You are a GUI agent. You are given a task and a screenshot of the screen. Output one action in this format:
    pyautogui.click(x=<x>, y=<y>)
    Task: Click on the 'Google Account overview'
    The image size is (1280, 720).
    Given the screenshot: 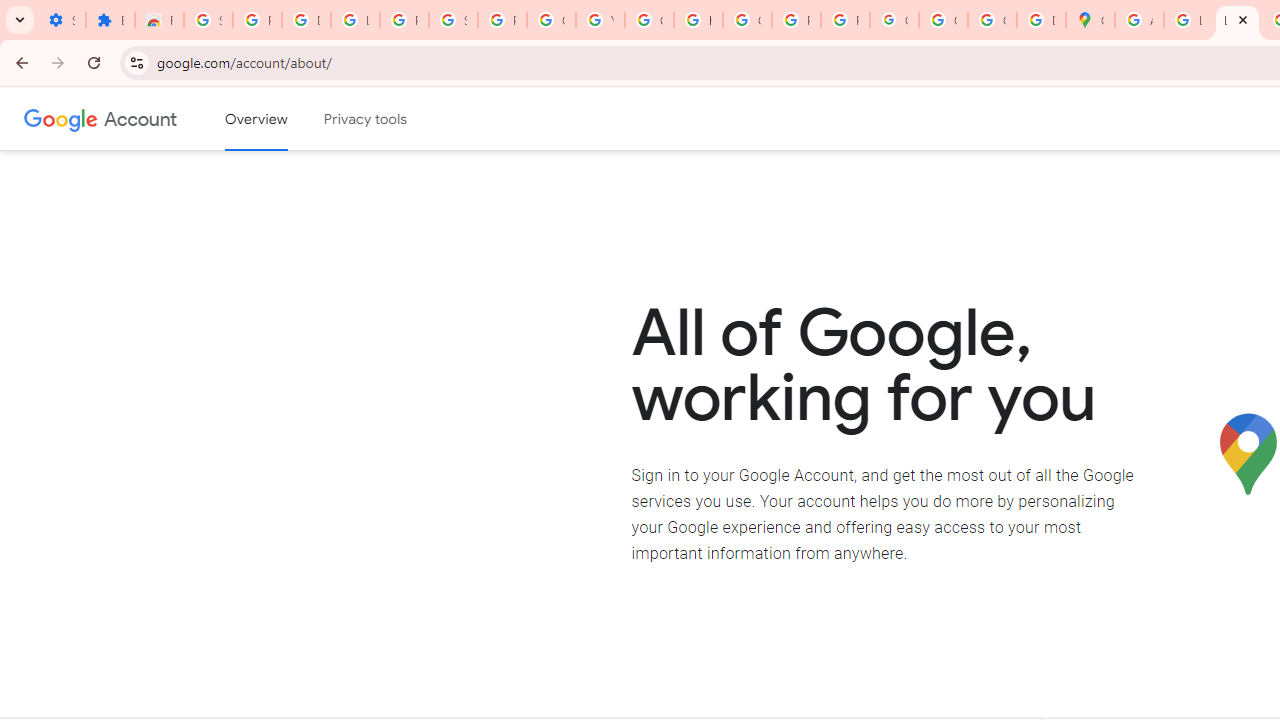 What is the action you would take?
    pyautogui.click(x=255, y=119)
    